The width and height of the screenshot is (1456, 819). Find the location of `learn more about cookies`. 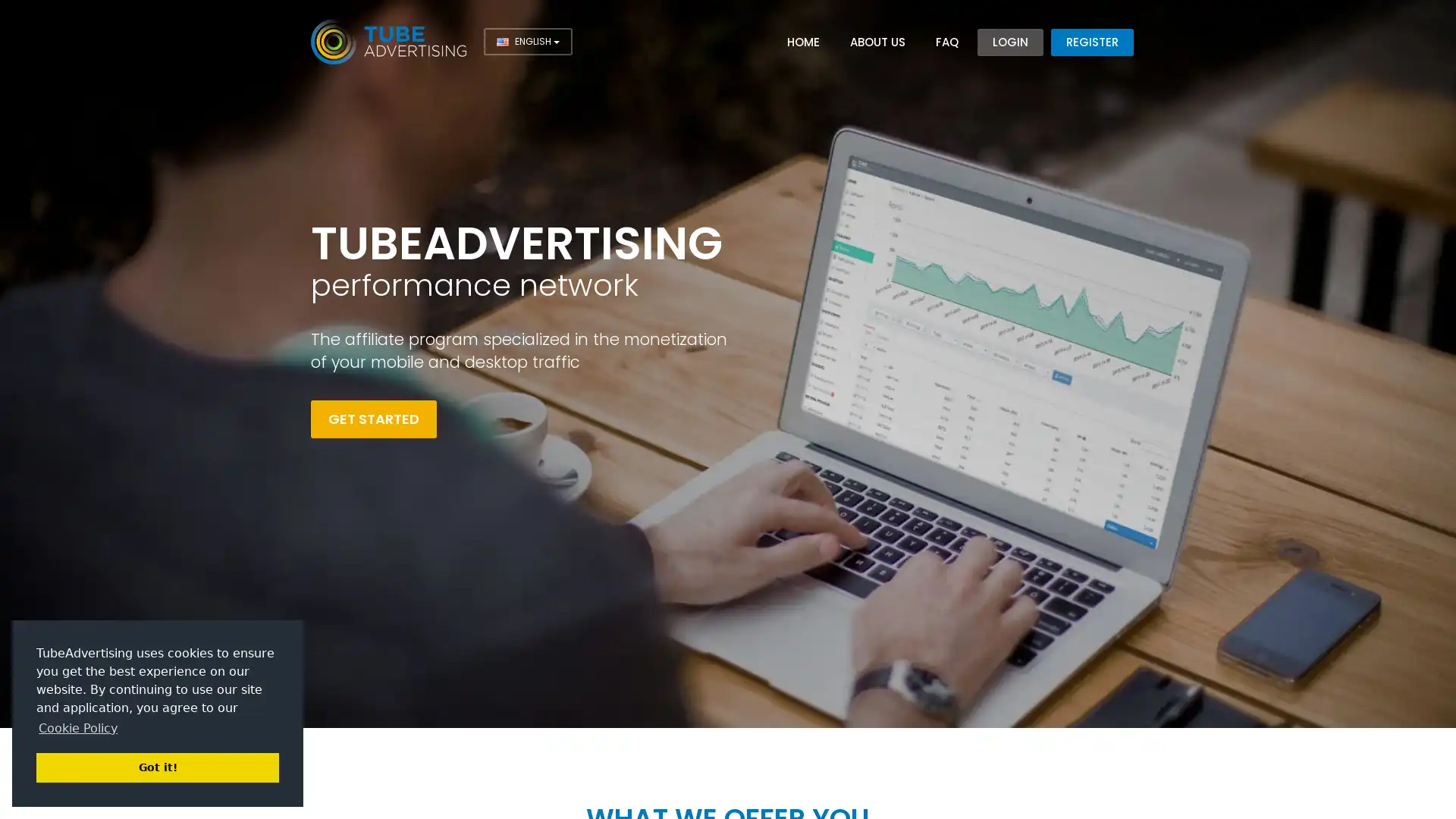

learn more about cookies is located at coordinates (77, 727).